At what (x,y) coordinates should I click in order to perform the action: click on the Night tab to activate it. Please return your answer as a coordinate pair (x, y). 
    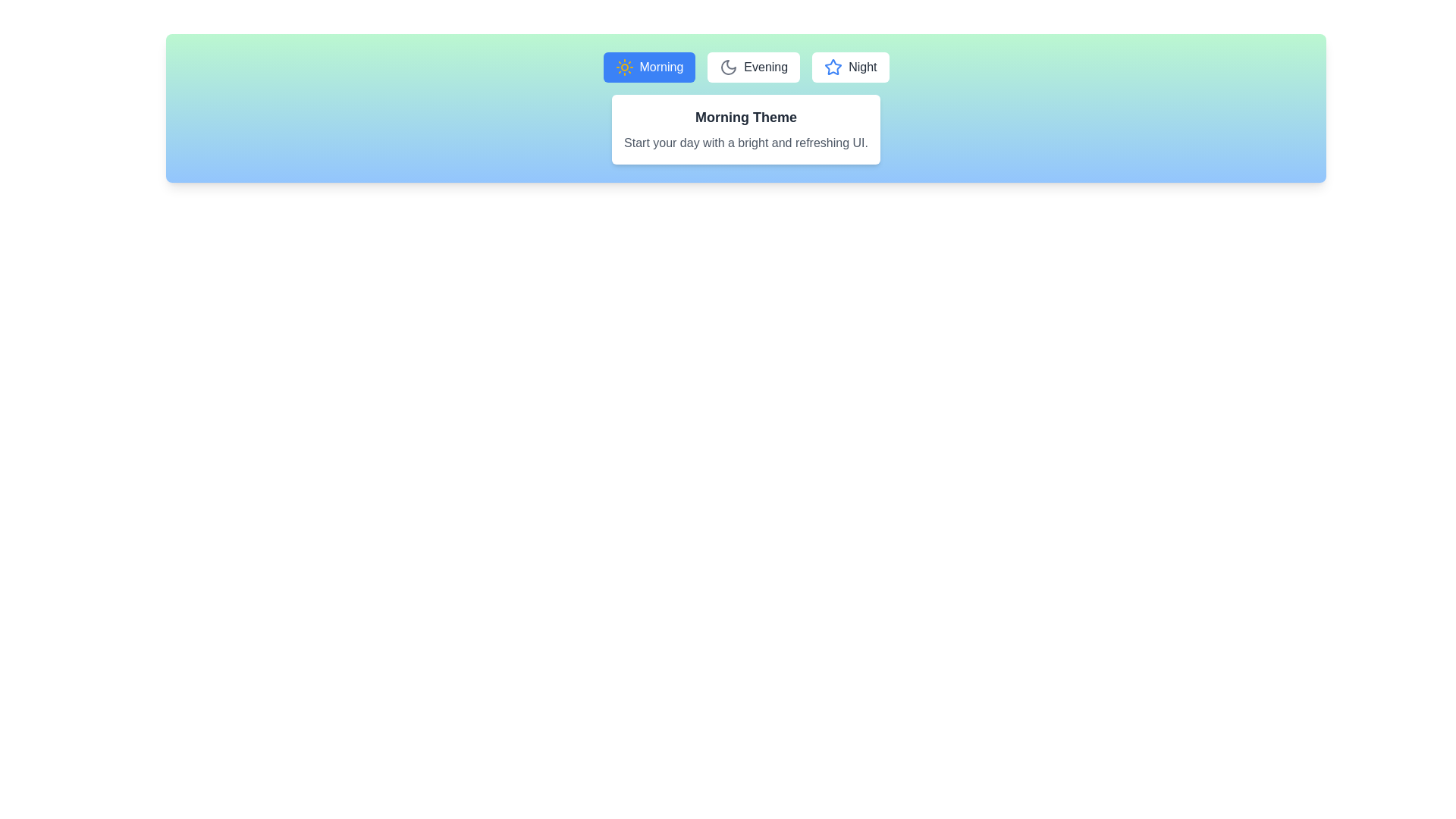
    Looking at the image, I should click on (850, 66).